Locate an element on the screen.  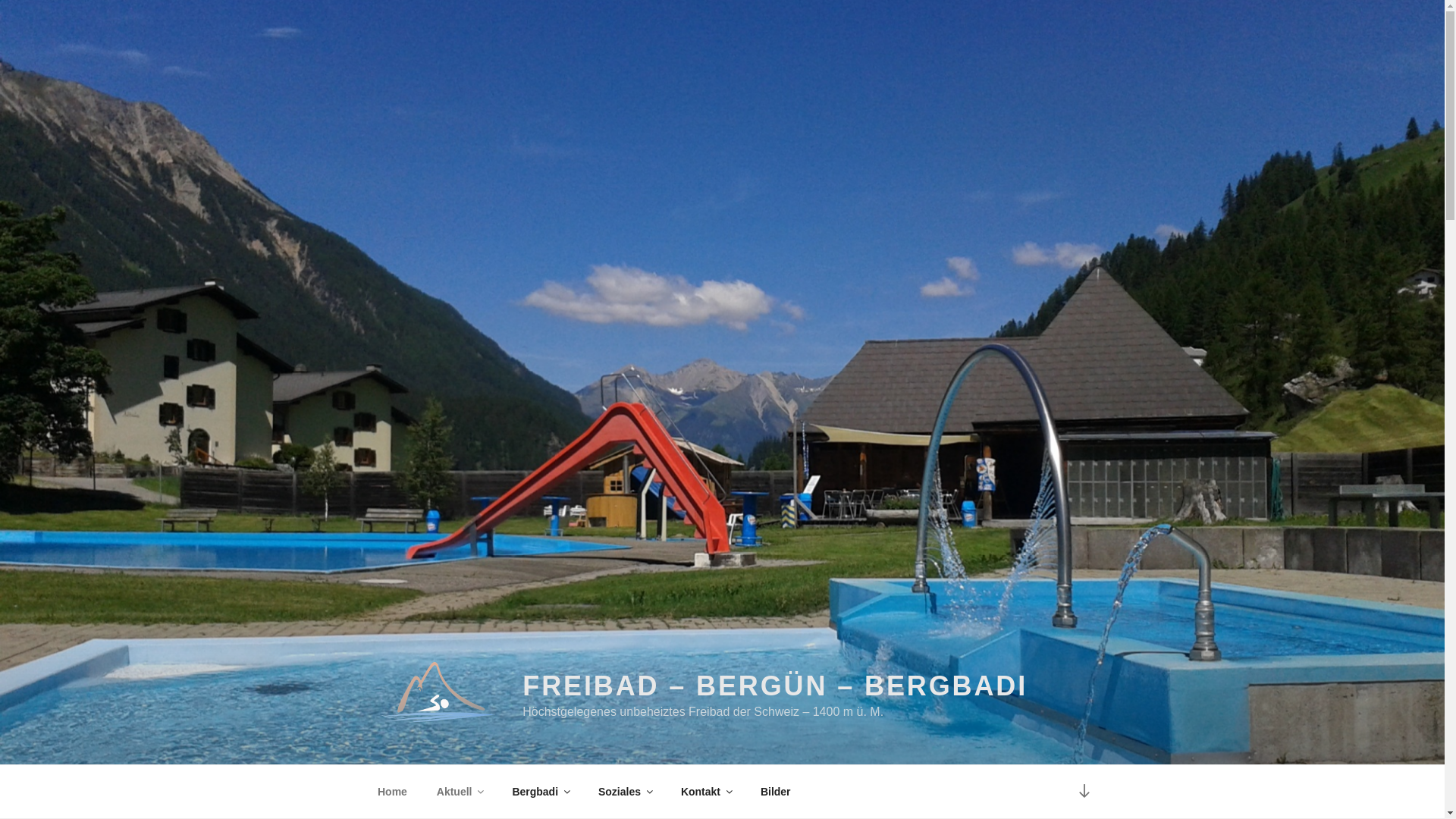
'Bilder' is located at coordinates (775, 791).